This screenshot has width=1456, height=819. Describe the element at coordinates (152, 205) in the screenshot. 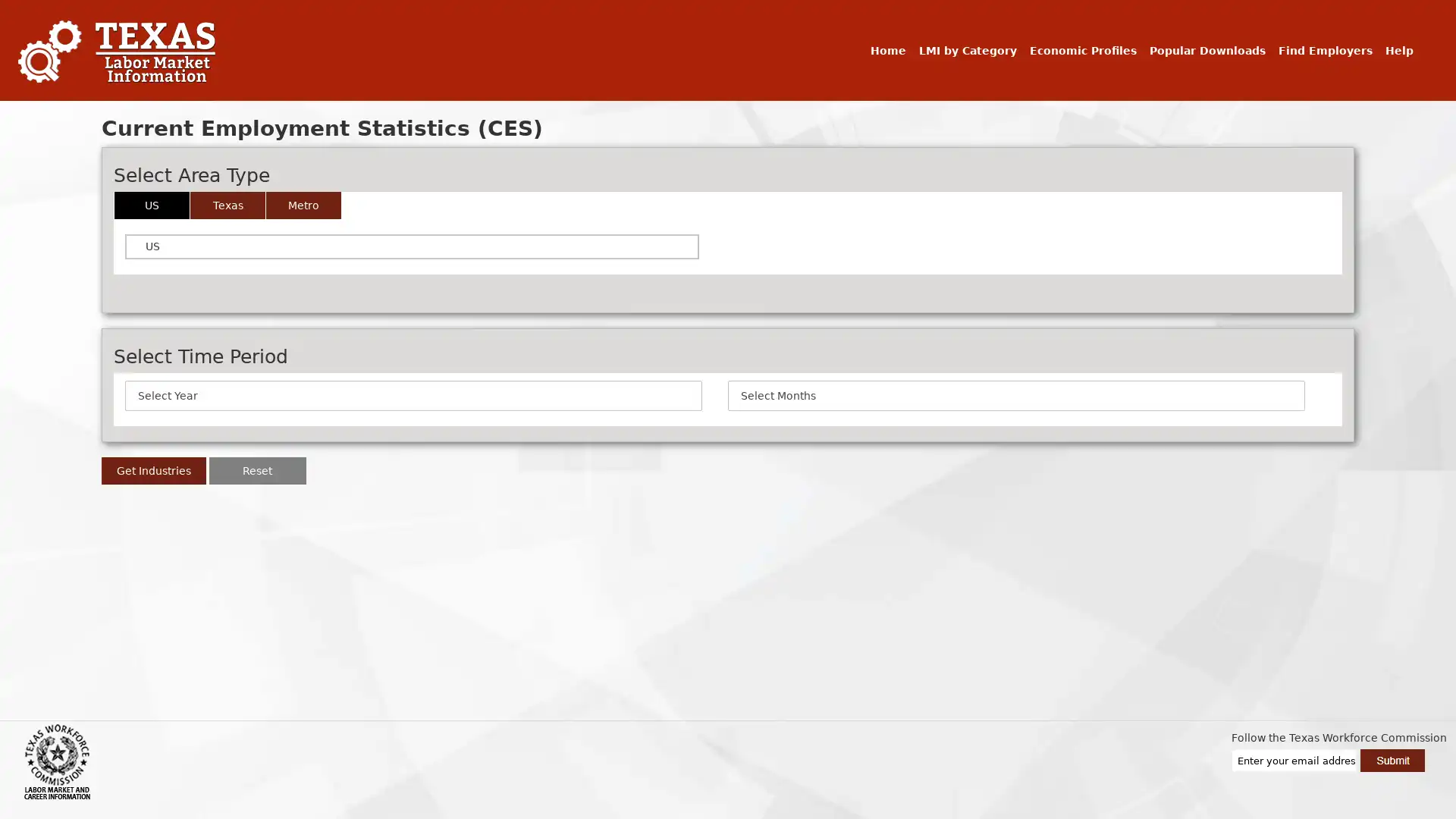

I see `US` at that location.